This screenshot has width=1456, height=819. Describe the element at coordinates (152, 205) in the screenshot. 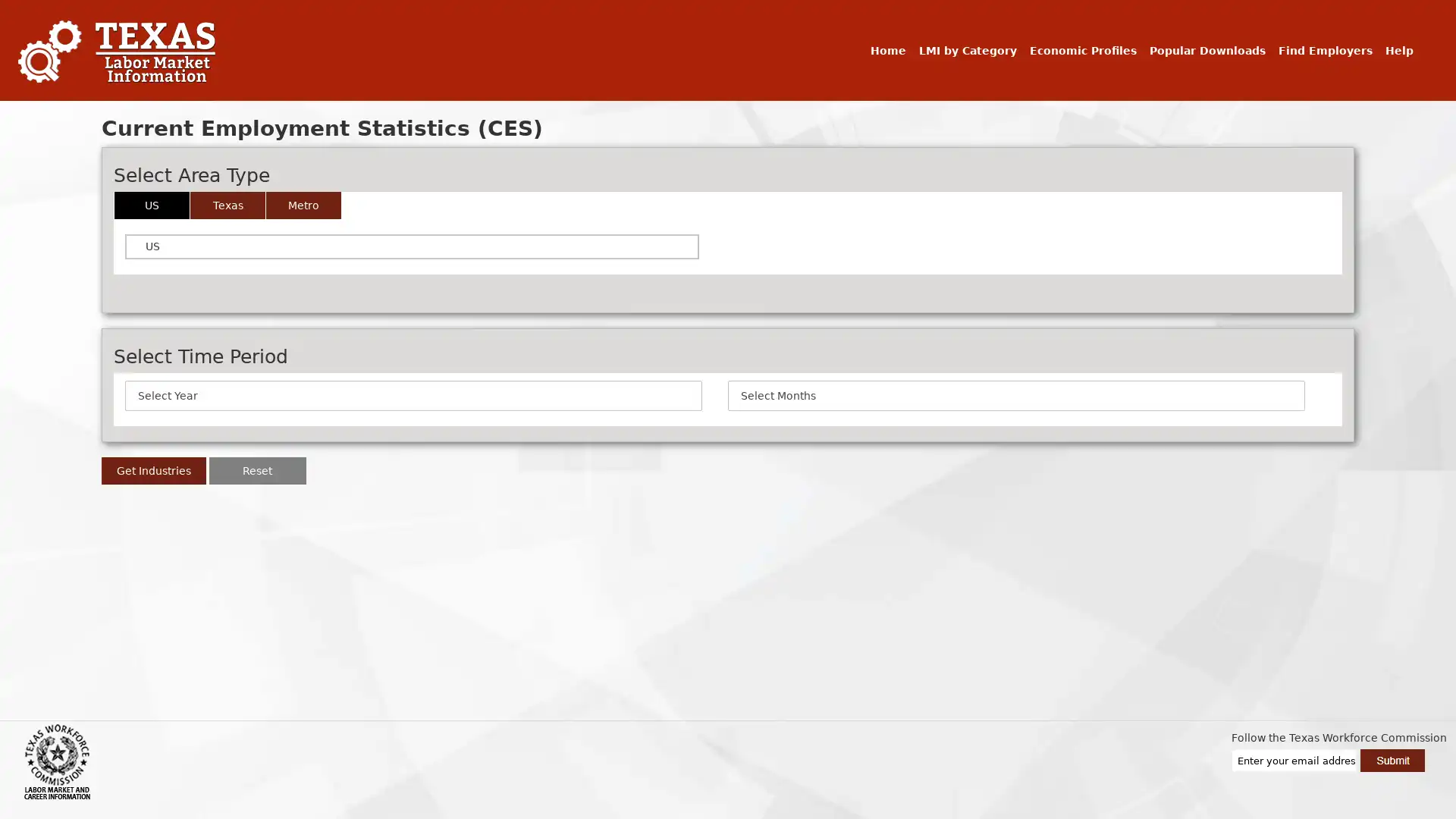

I see `US` at that location.